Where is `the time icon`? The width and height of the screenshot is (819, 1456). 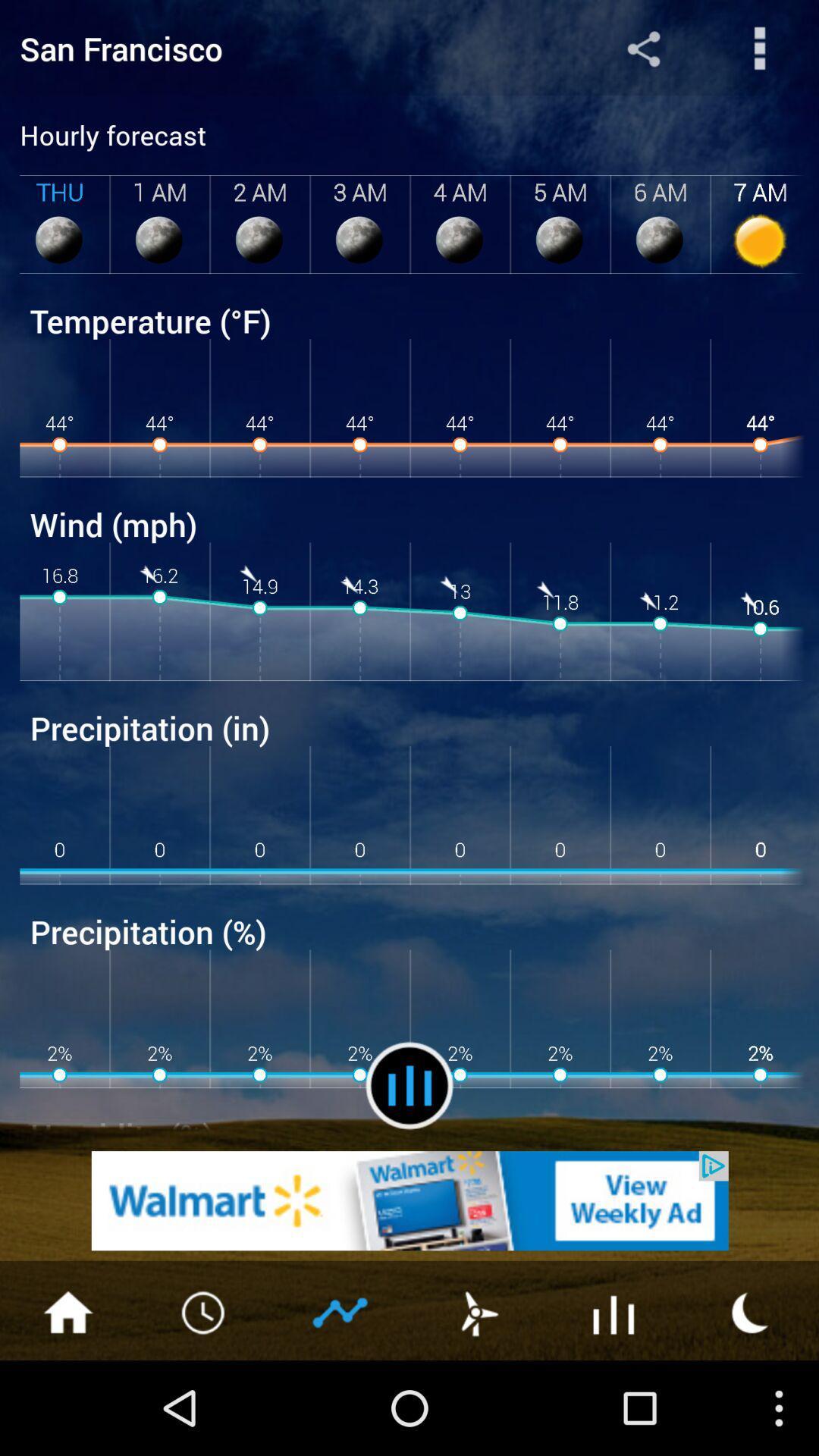 the time icon is located at coordinates (205, 1402).